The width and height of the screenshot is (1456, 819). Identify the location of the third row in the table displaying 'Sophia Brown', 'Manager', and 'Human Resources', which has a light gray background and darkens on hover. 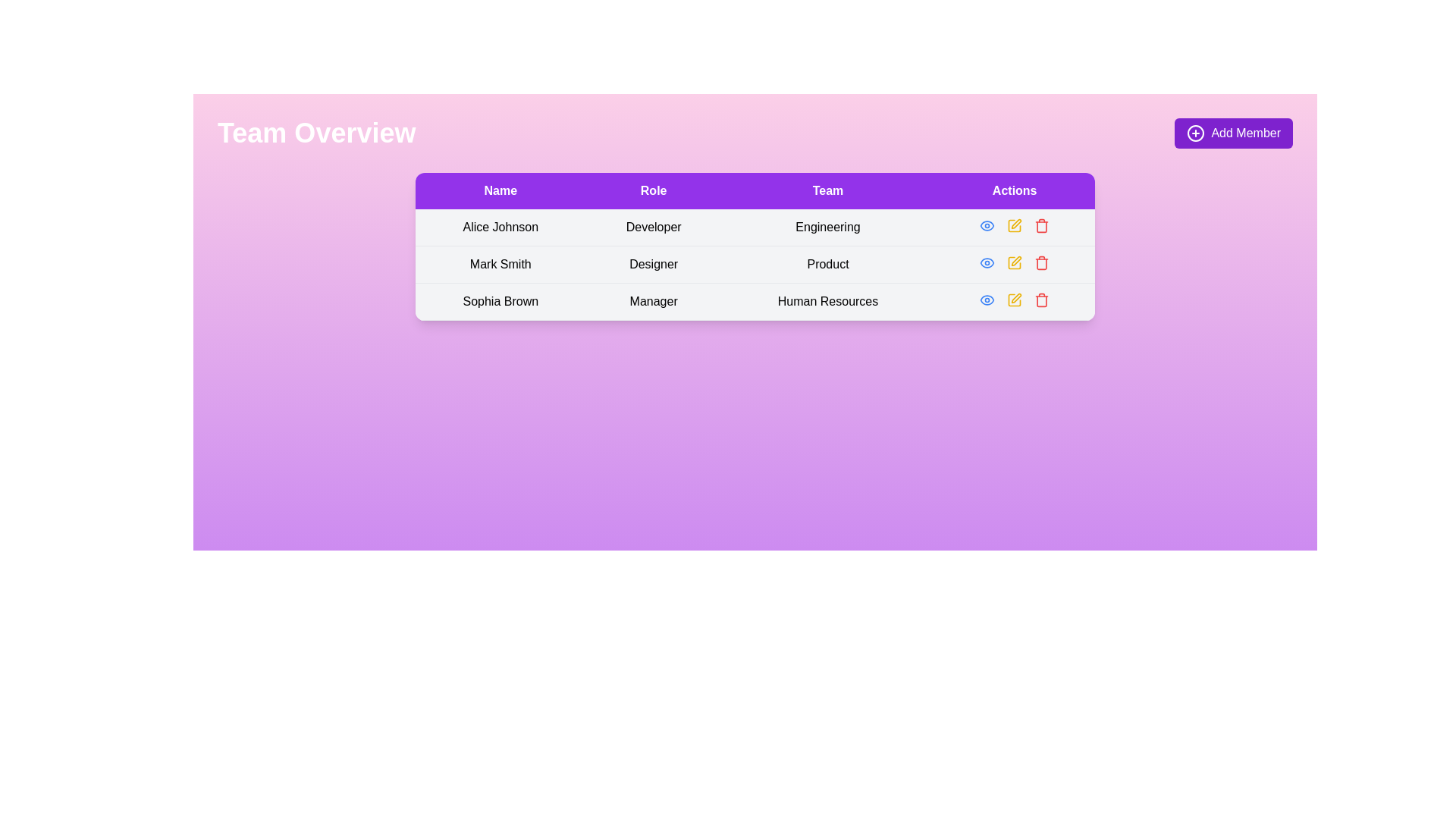
(755, 301).